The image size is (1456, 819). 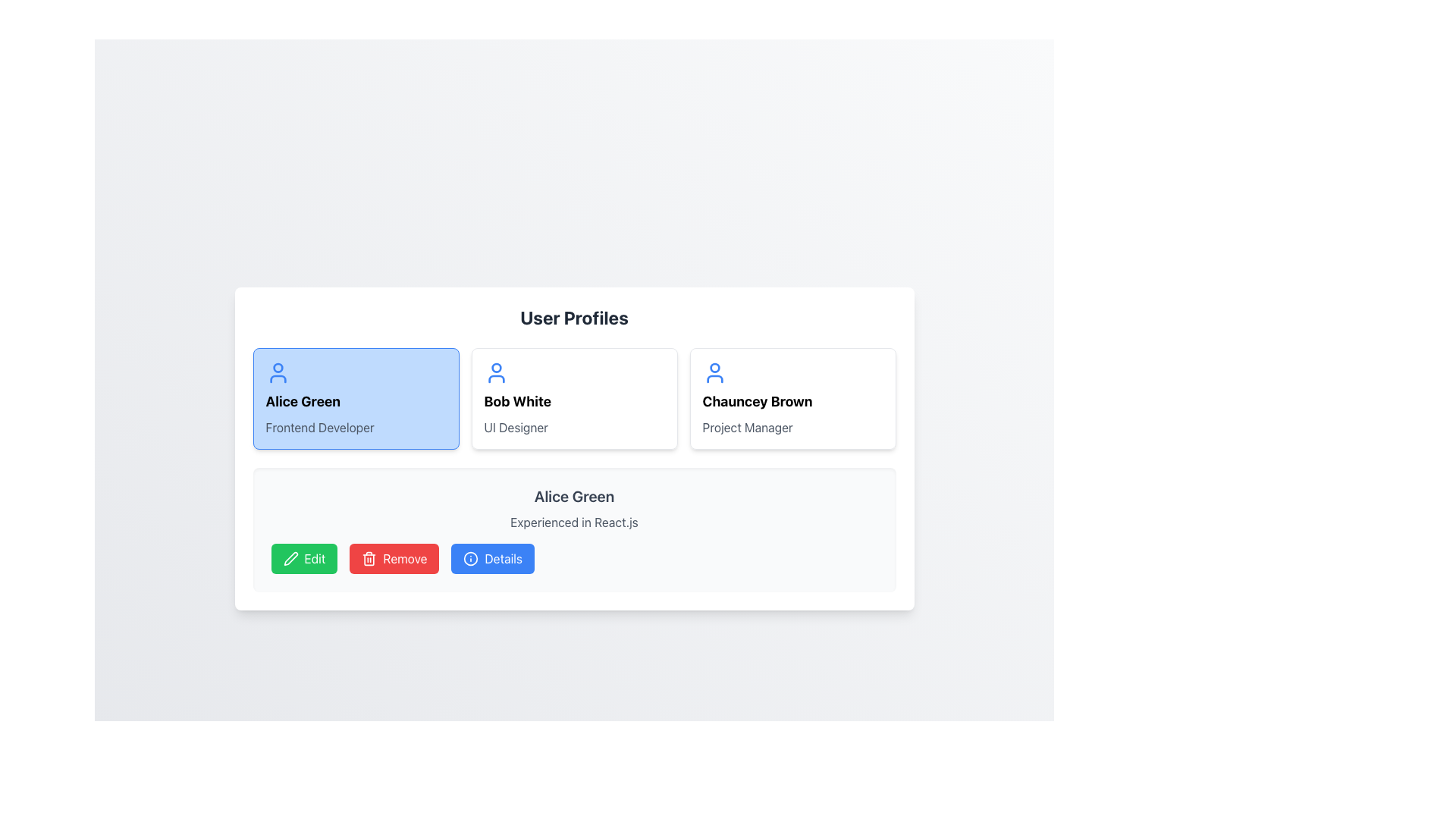 What do you see at coordinates (493, 558) in the screenshot?
I see `the third button in the user profile section` at bounding box center [493, 558].